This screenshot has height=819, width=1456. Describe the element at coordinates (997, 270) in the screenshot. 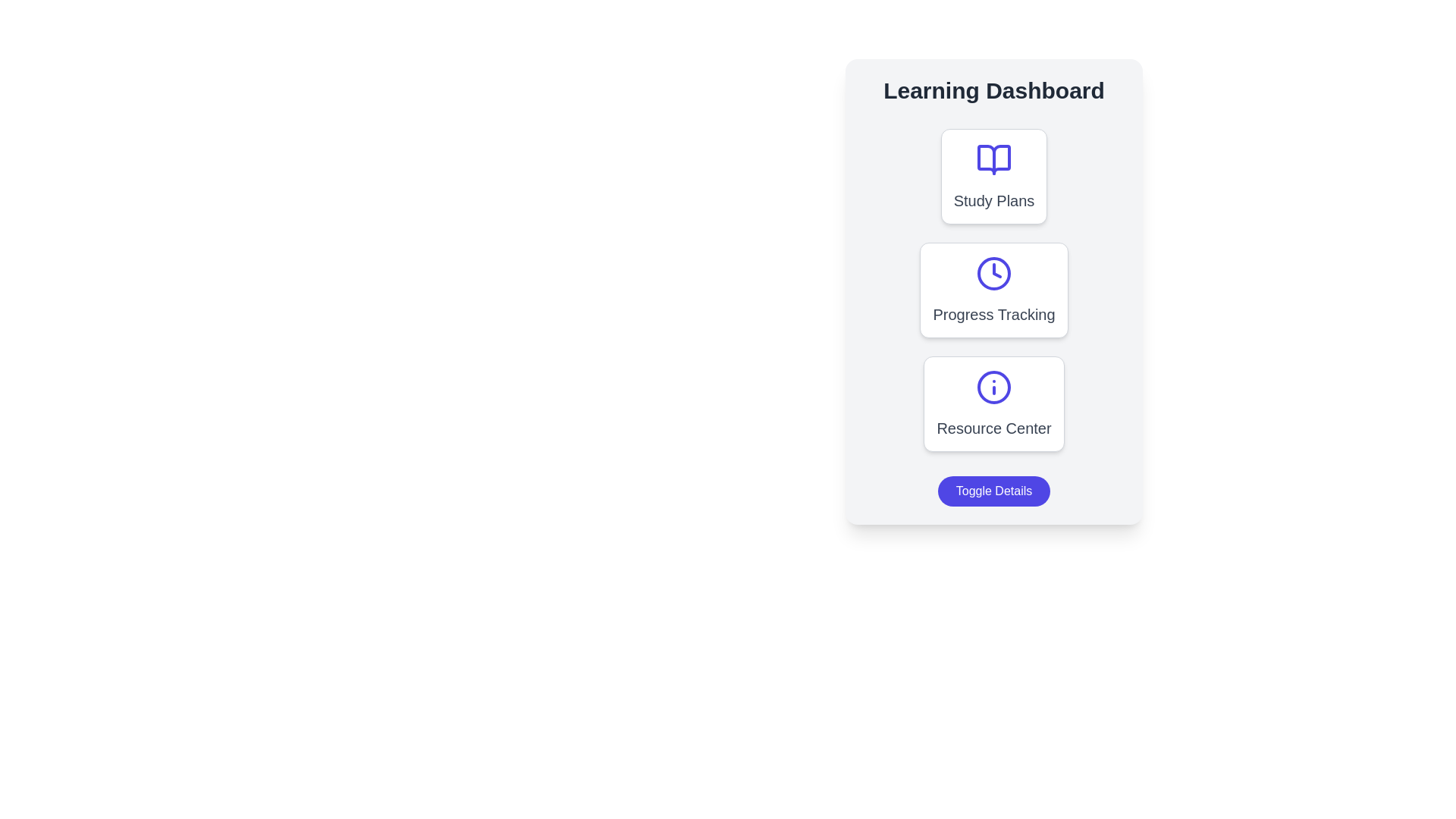

I see `the downward pointing triangular arrow in the SVG illustration located within the 'Progress Tracking' card` at that location.